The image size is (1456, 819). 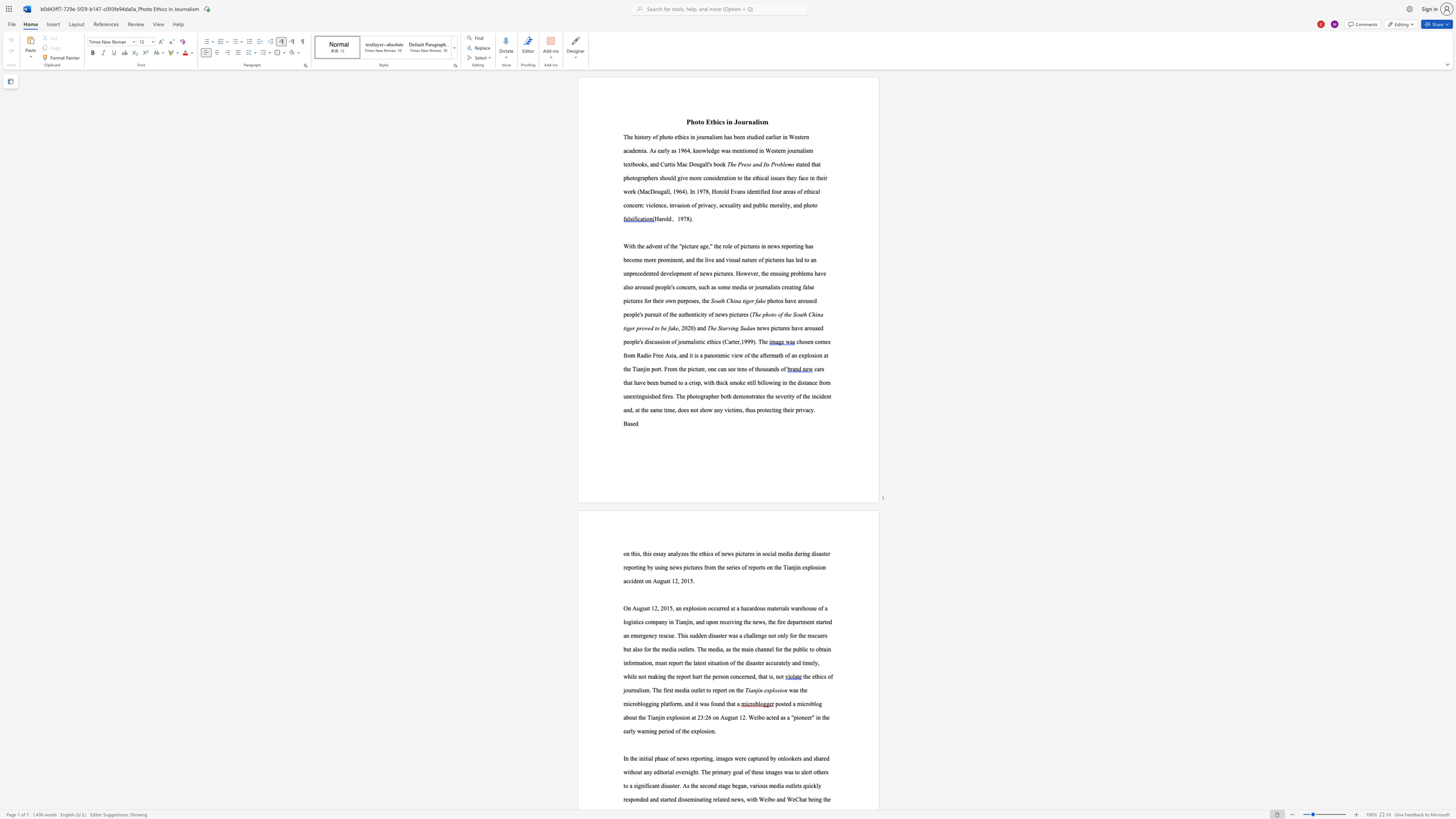 I want to click on the 1th character "m" in the text, so click(x=692, y=799).